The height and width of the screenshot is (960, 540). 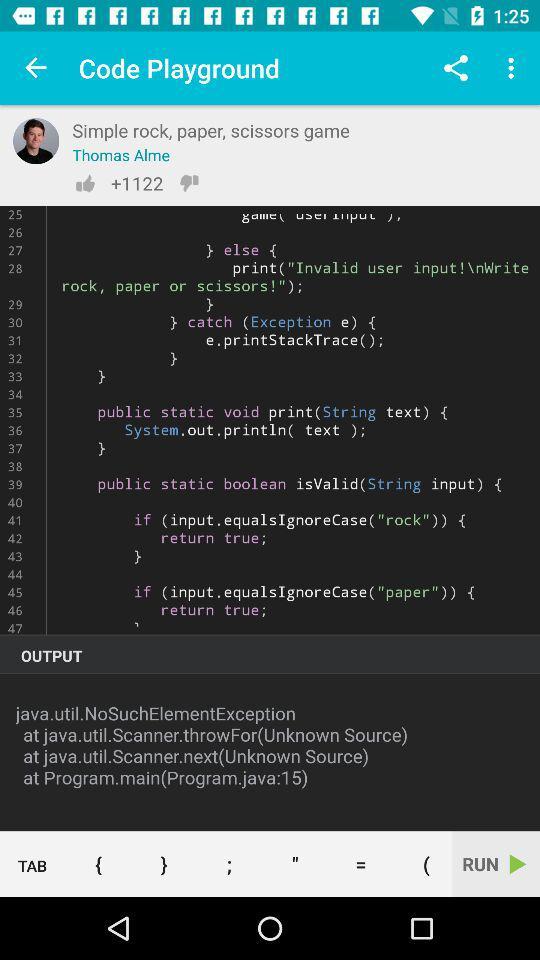 What do you see at coordinates (189, 183) in the screenshot?
I see `dislike` at bounding box center [189, 183].